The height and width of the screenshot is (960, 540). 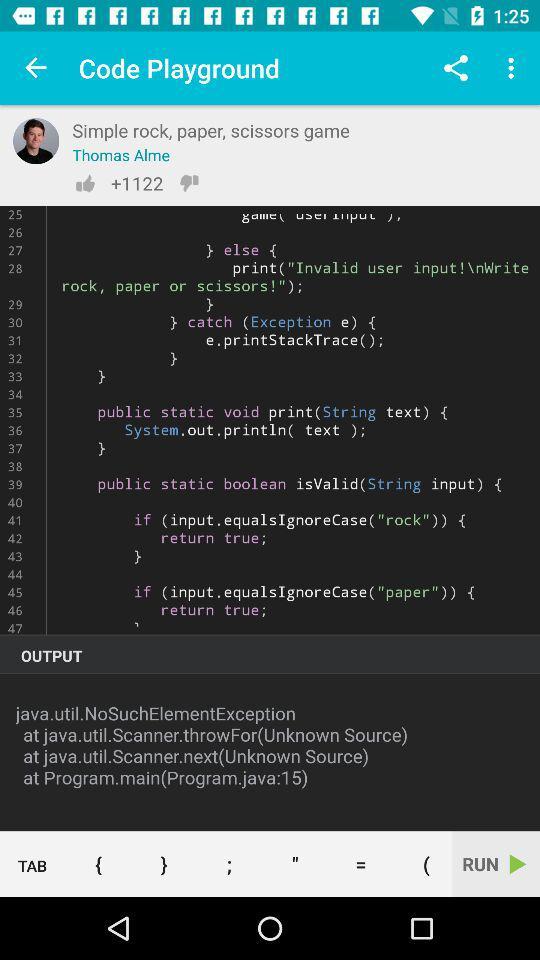 What do you see at coordinates (189, 183) in the screenshot?
I see `dislike` at bounding box center [189, 183].